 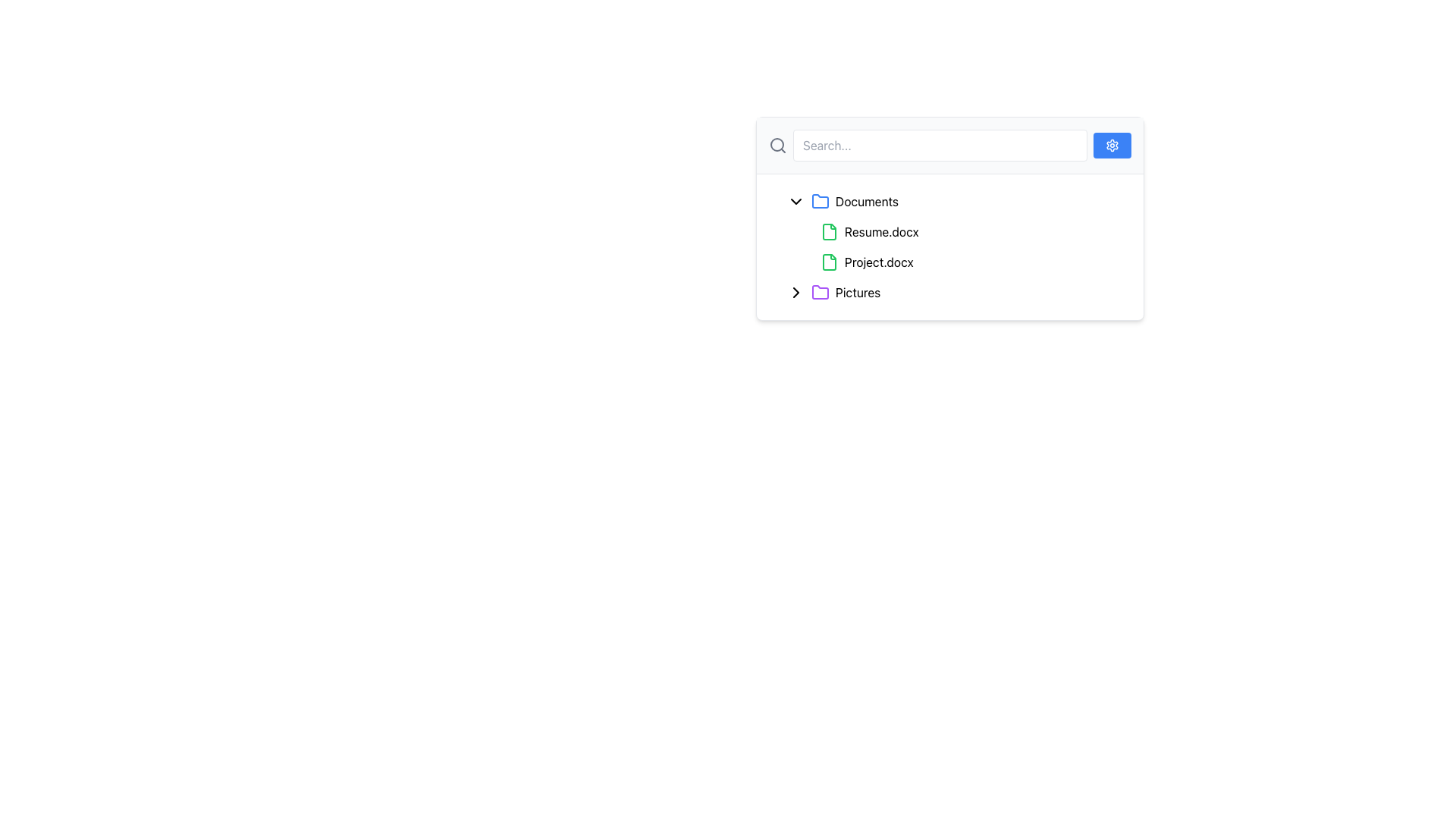 What do you see at coordinates (1112, 146) in the screenshot?
I see `the gear-shaped settings icon located in the top-right corner of the file navigation interface` at bounding box center [1112, 146].